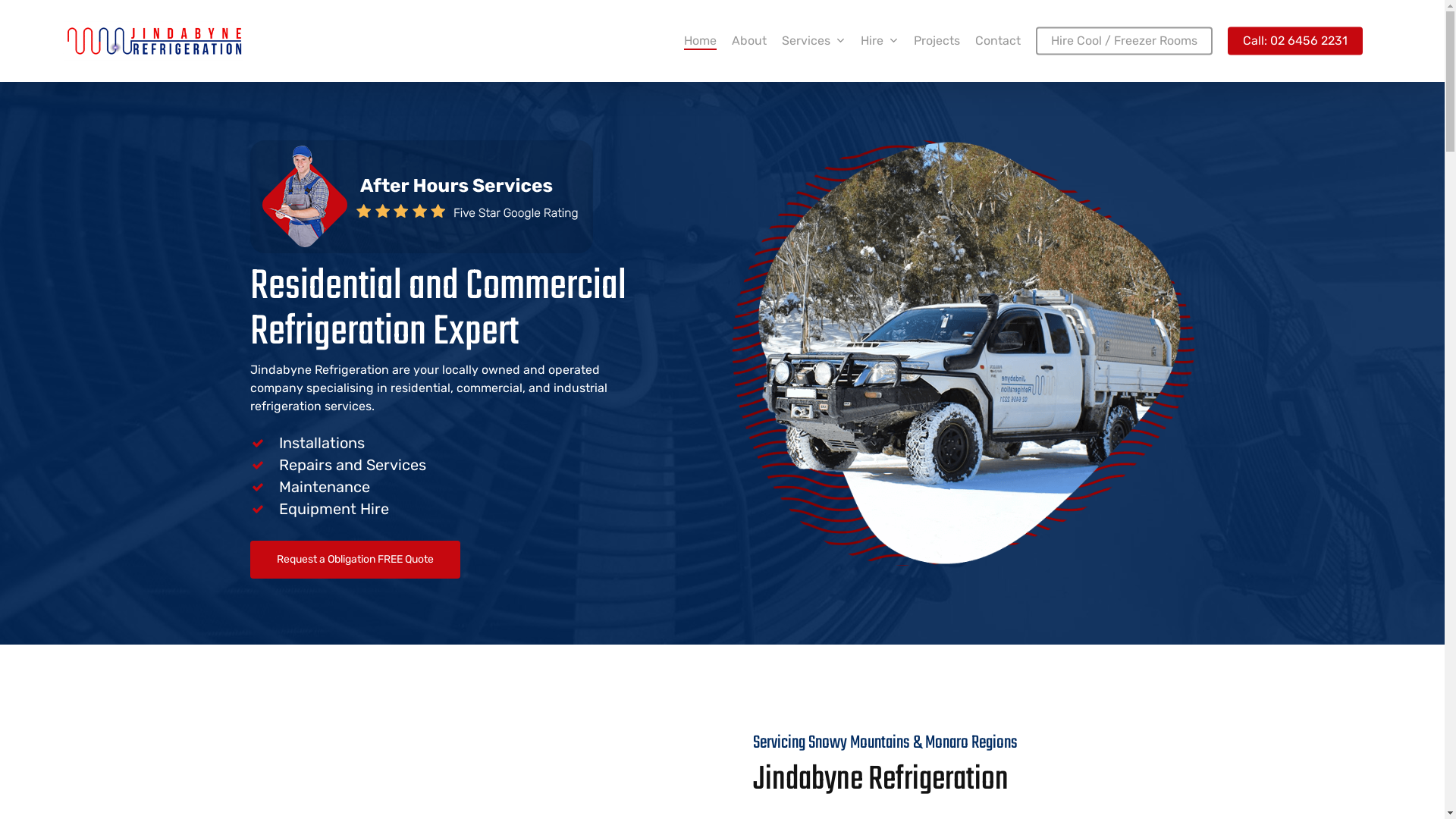 The height and width of the screenshot is (819, 1456). Describe the element at coordinates (731, 40) in the screenshot. I see `'About'` at that location.